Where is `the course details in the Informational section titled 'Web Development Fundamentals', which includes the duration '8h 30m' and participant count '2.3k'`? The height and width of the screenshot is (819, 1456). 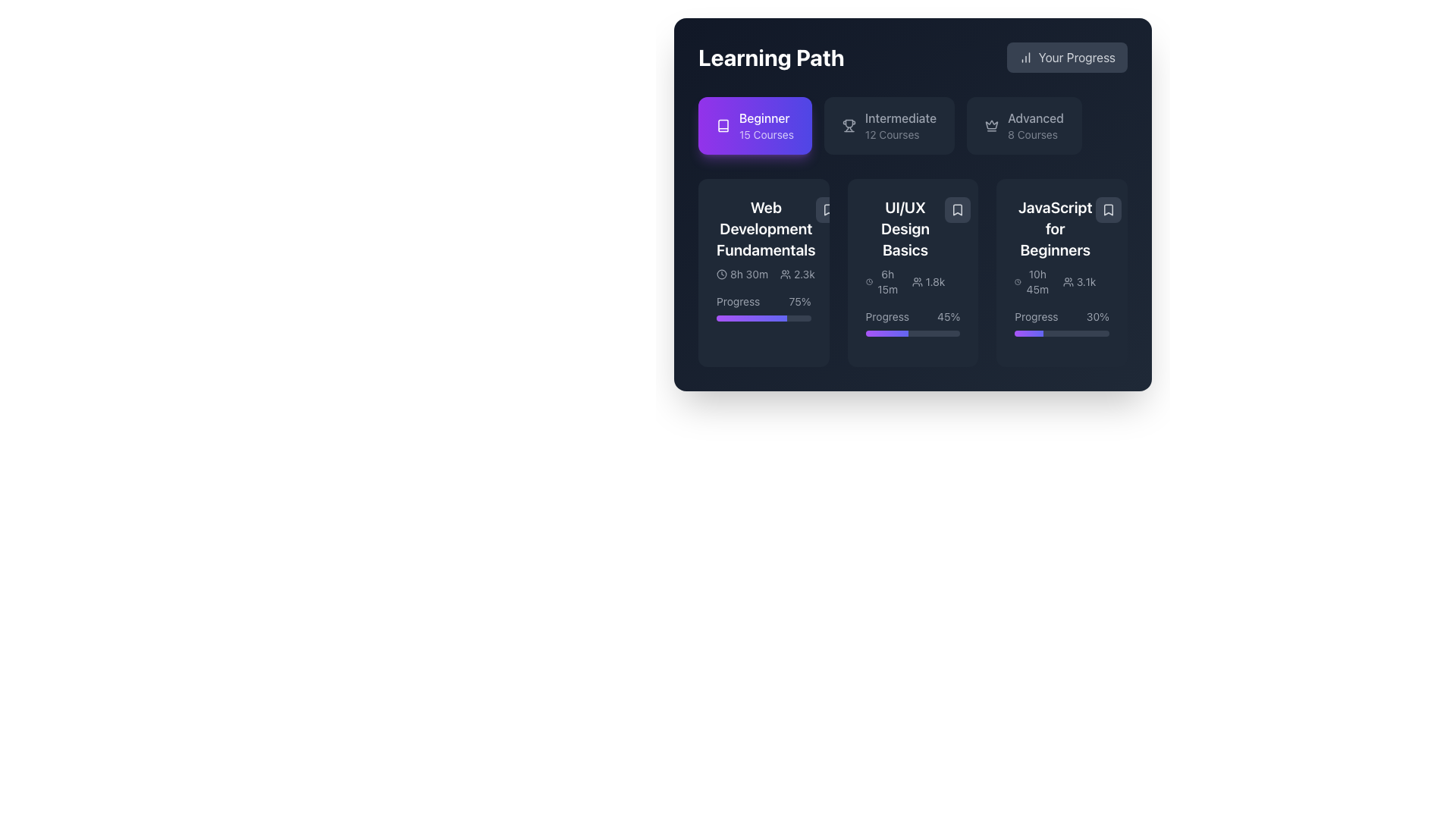
the course details in the Informational section titled 'Web Development Fundamentals', which includes the duration '8h 30m' and participant count '2.3k' is located at coordinates (766, 239).